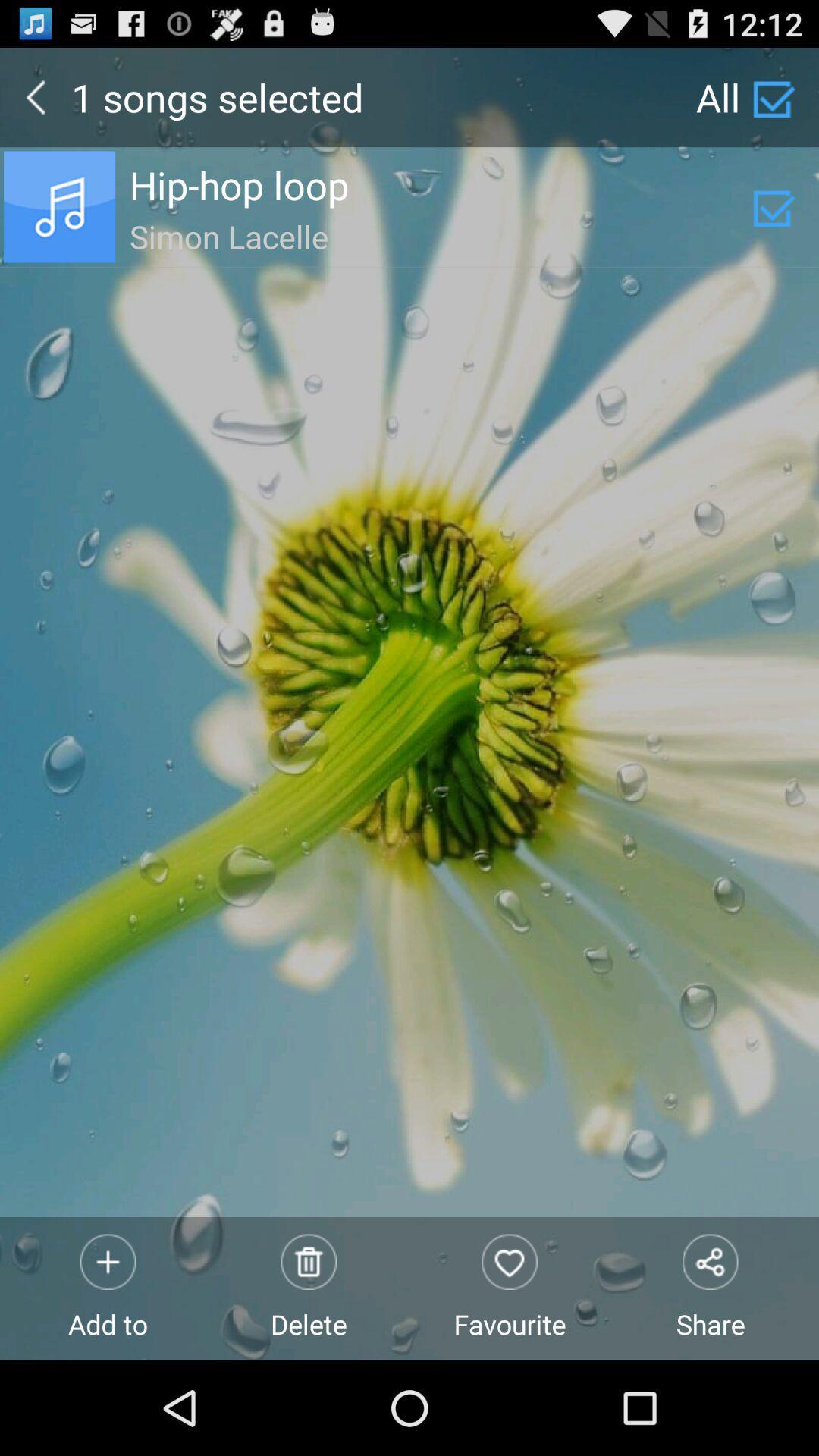  I want to click on icon next to the favourite, so click(711, 1288).